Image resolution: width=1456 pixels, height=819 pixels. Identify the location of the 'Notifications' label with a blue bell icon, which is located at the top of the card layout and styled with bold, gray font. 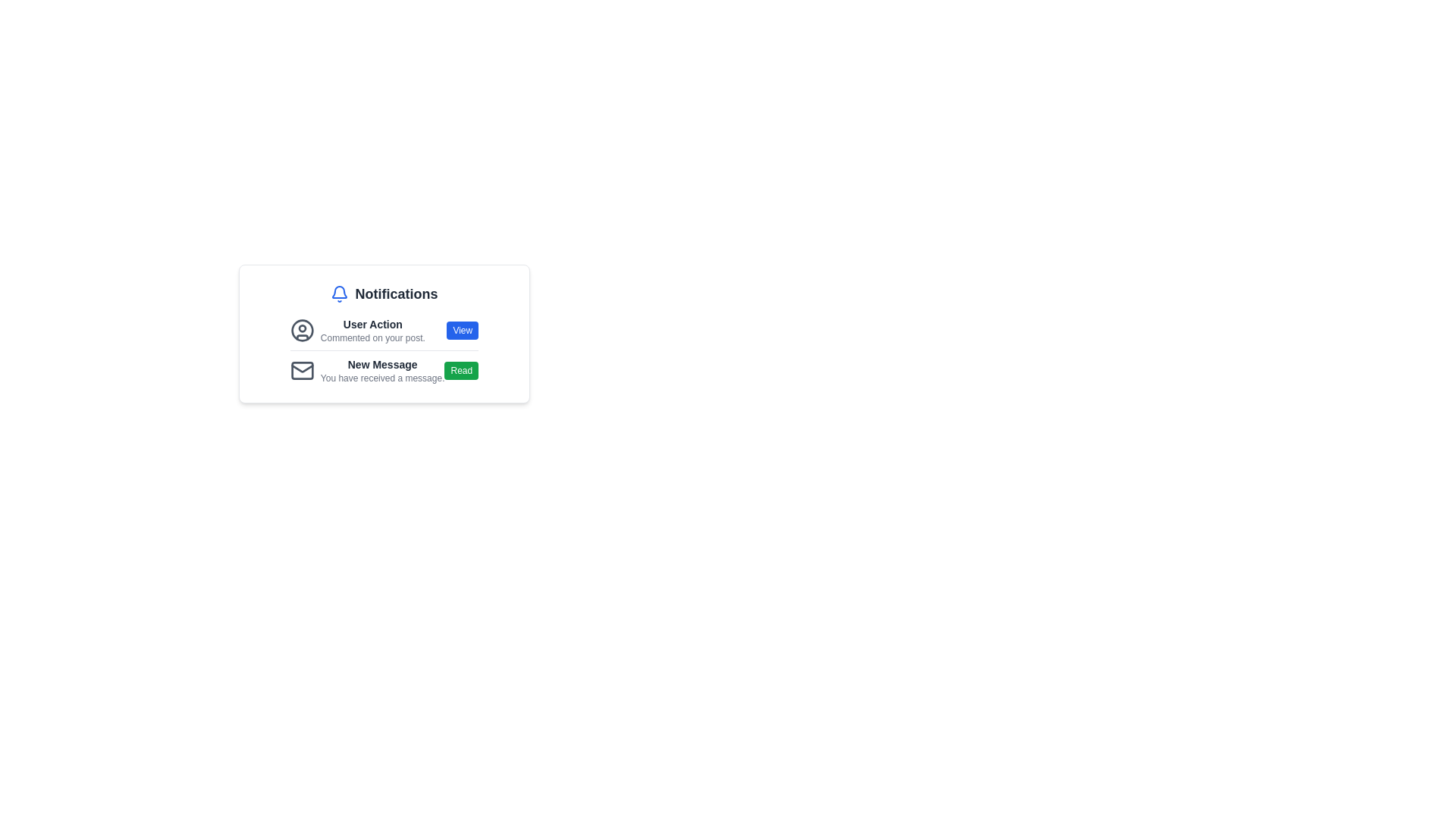
(384, 294).